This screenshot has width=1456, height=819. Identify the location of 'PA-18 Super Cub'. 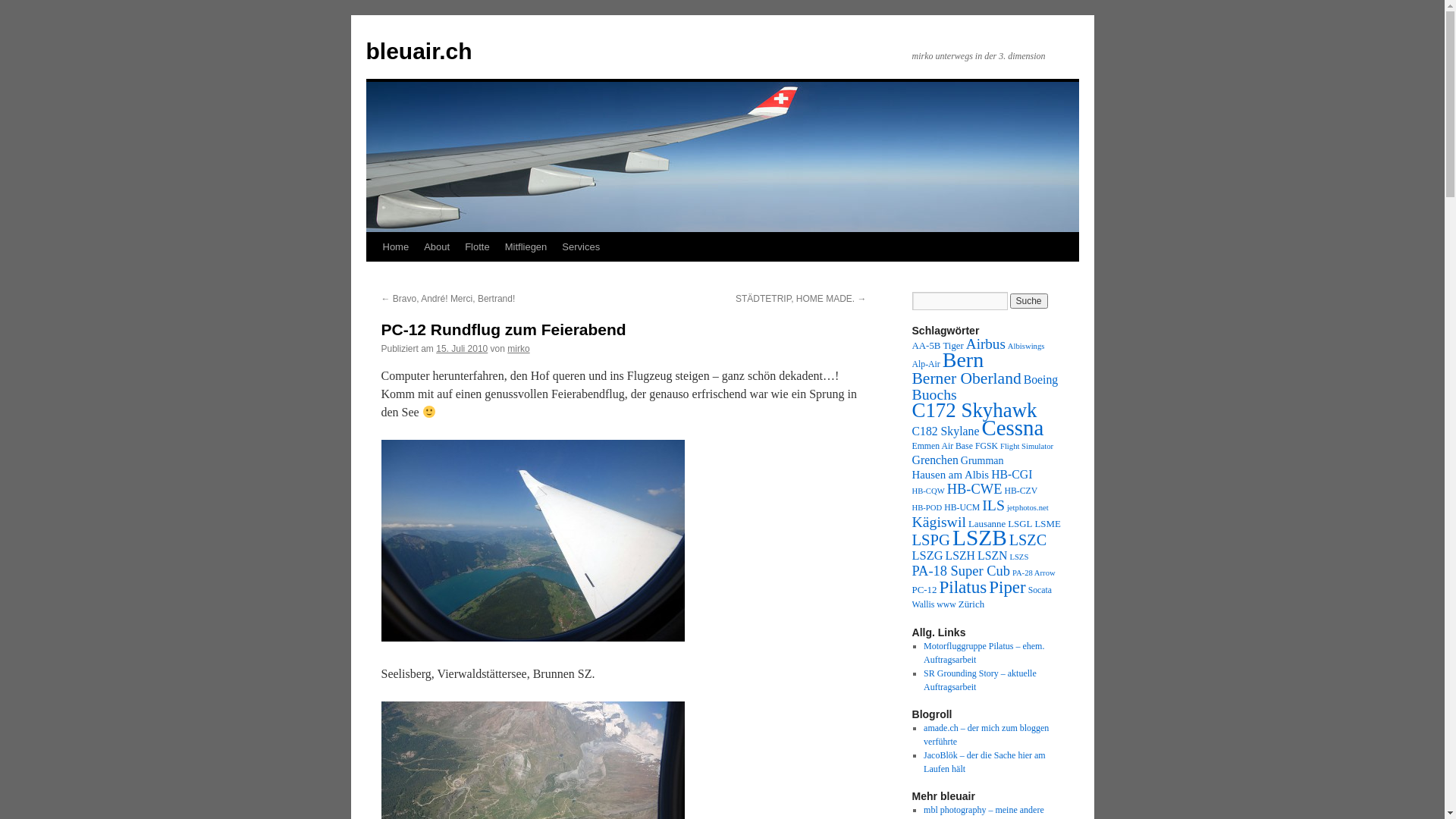
(959, 570).